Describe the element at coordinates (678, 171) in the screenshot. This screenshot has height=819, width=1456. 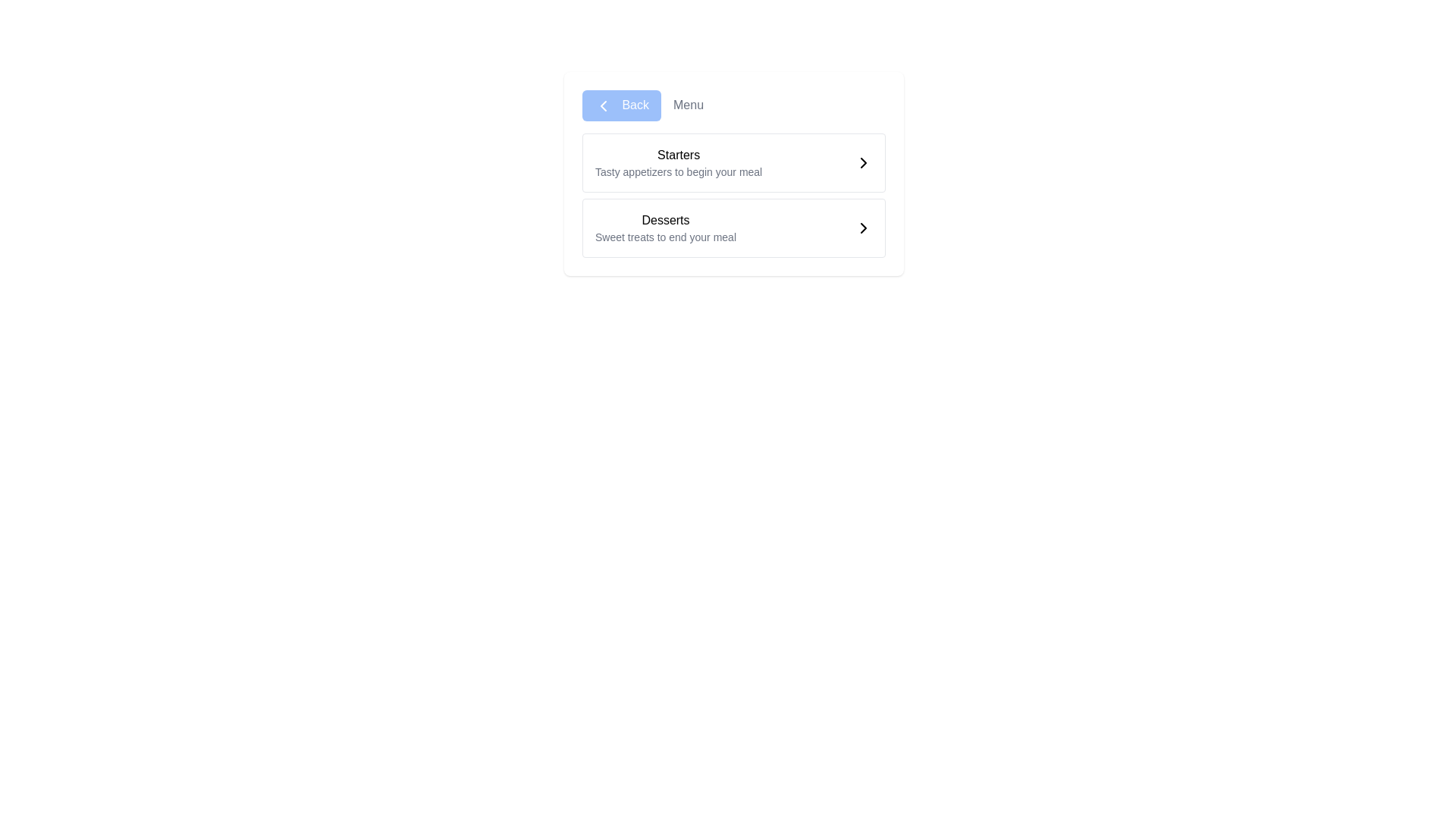
I see `the descriptive text segment that reads 'Tasty appetizers to begin your meal', which is styled in gray and positioned directly beneath the heading 'Starters'` at that location.